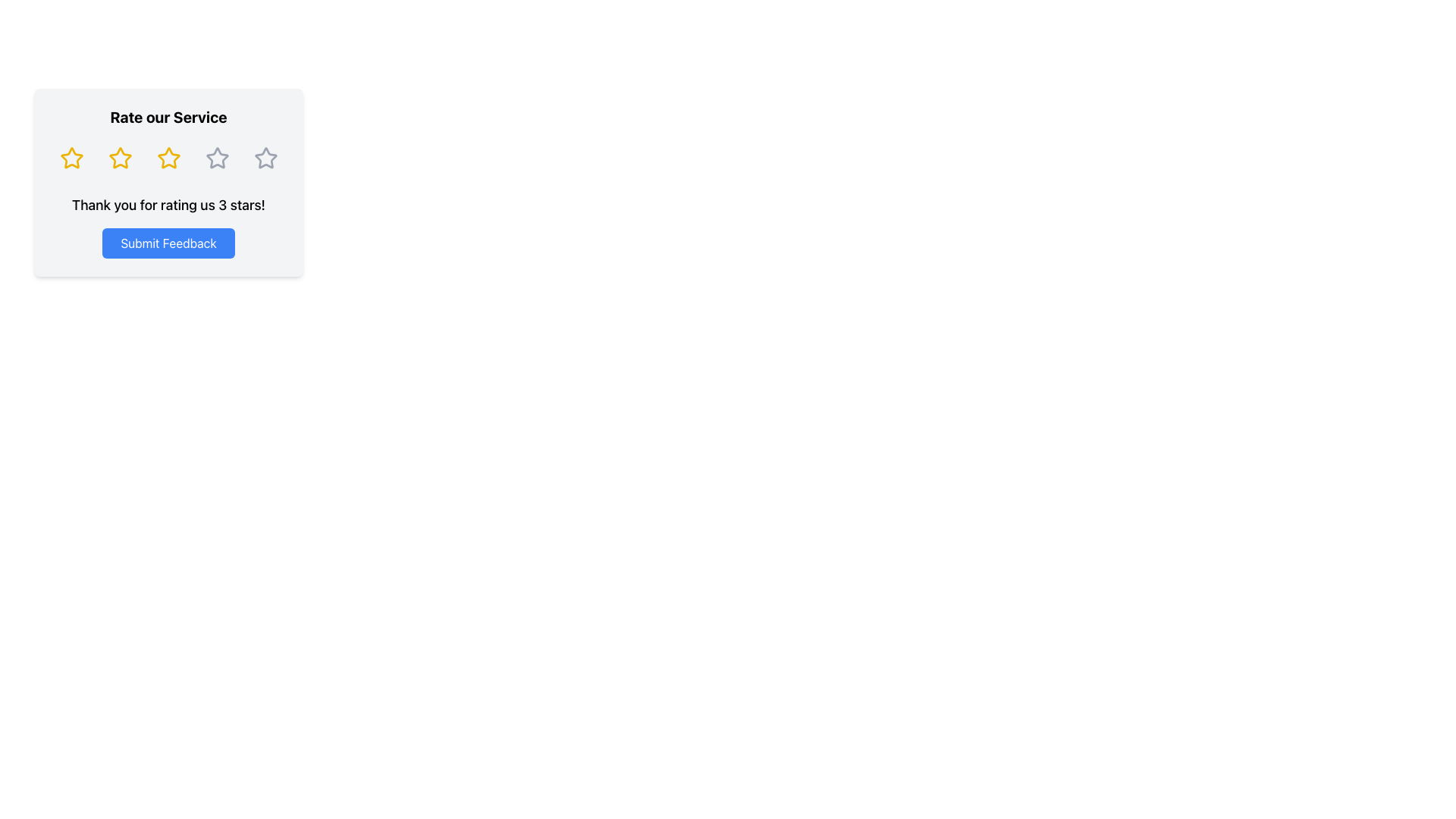  What do you see at coordinates (168, 158) in the screenshot?
I see `the third star icon in the horizontal row of five stars, which is highlighted in yellow` at bounding box center [168, 158].